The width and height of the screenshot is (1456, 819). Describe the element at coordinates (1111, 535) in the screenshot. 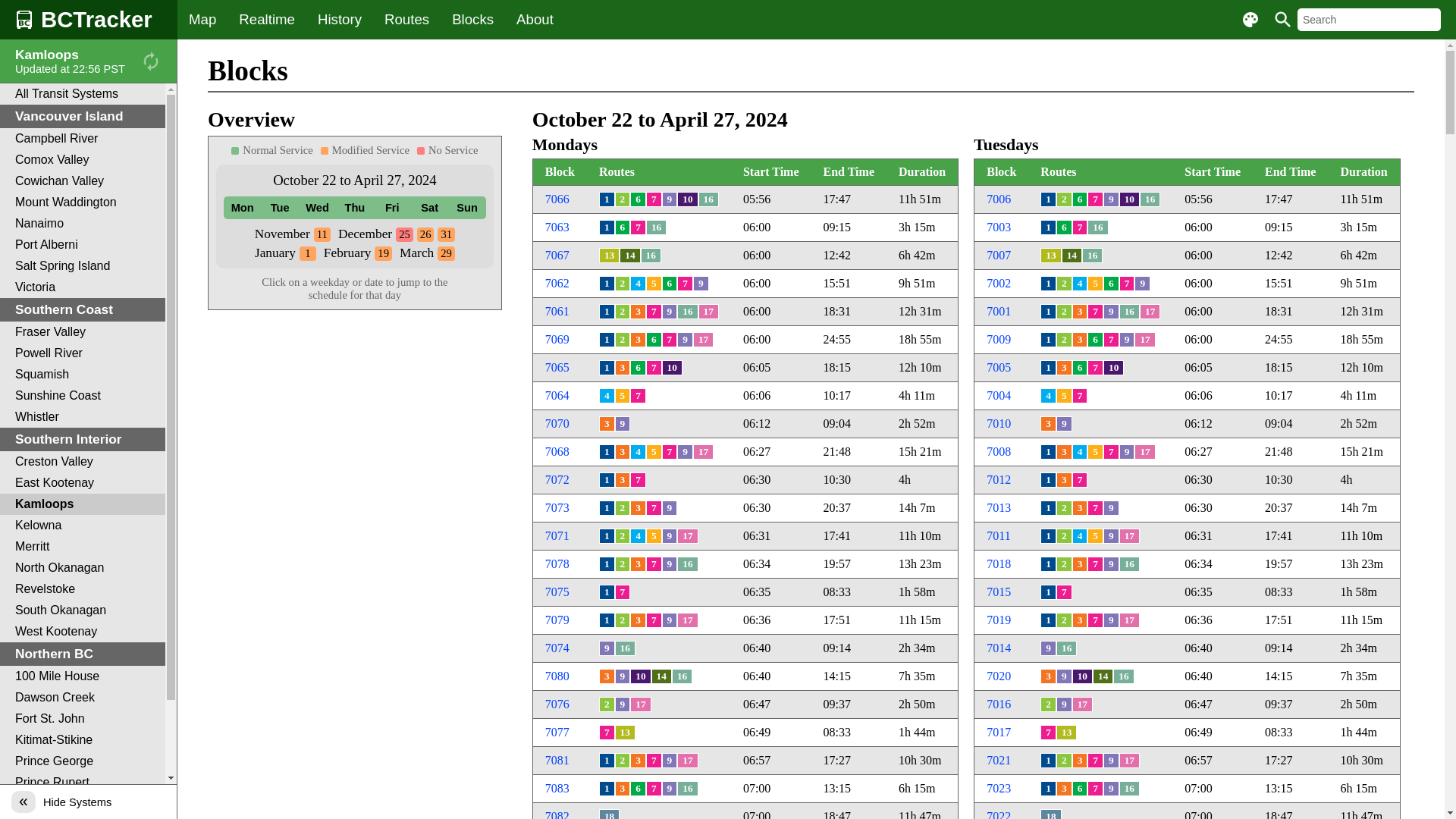

I see `'9'` at that location.